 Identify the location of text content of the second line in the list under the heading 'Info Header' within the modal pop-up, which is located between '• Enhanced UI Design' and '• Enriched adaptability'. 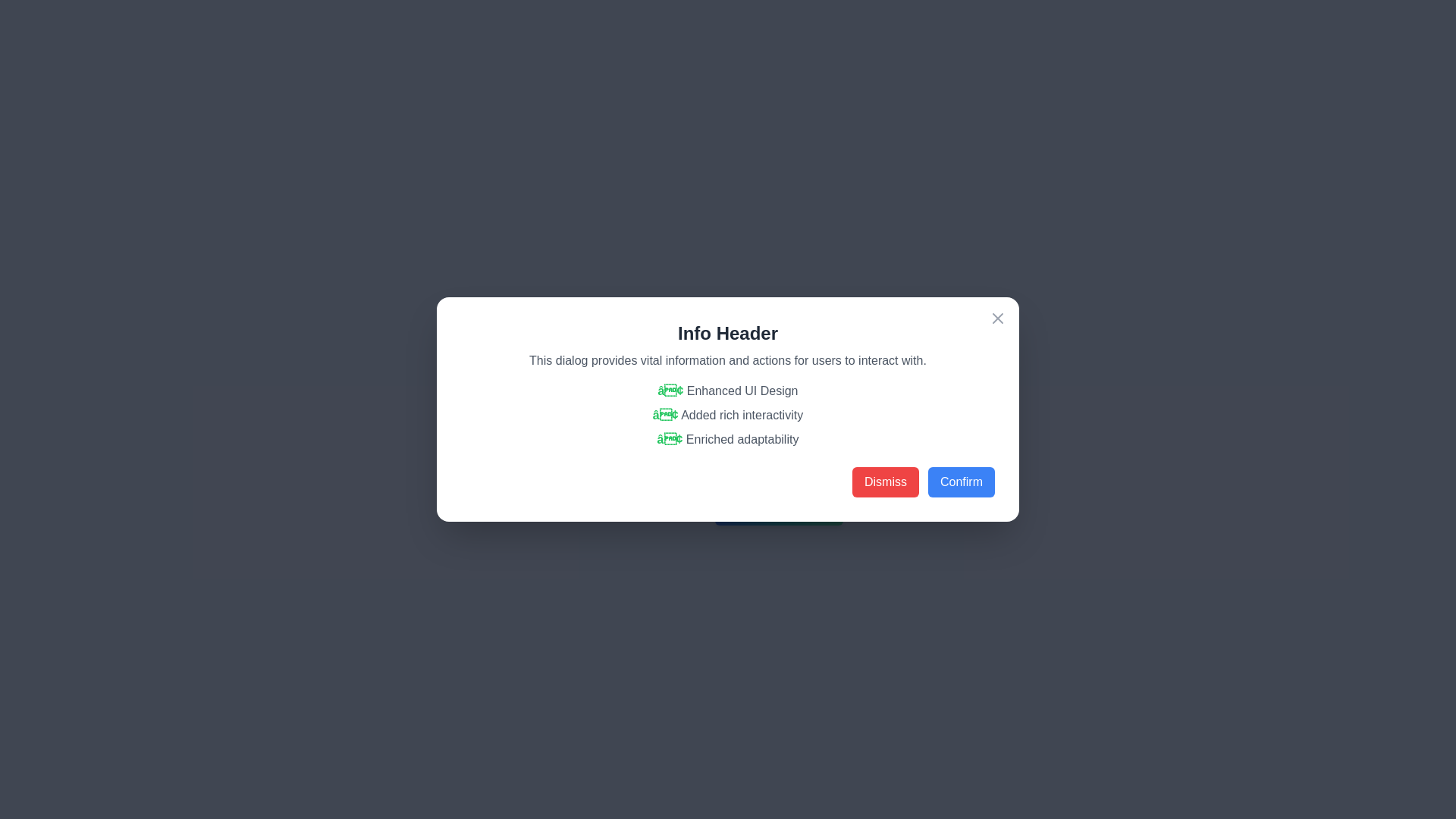
(728, 415).